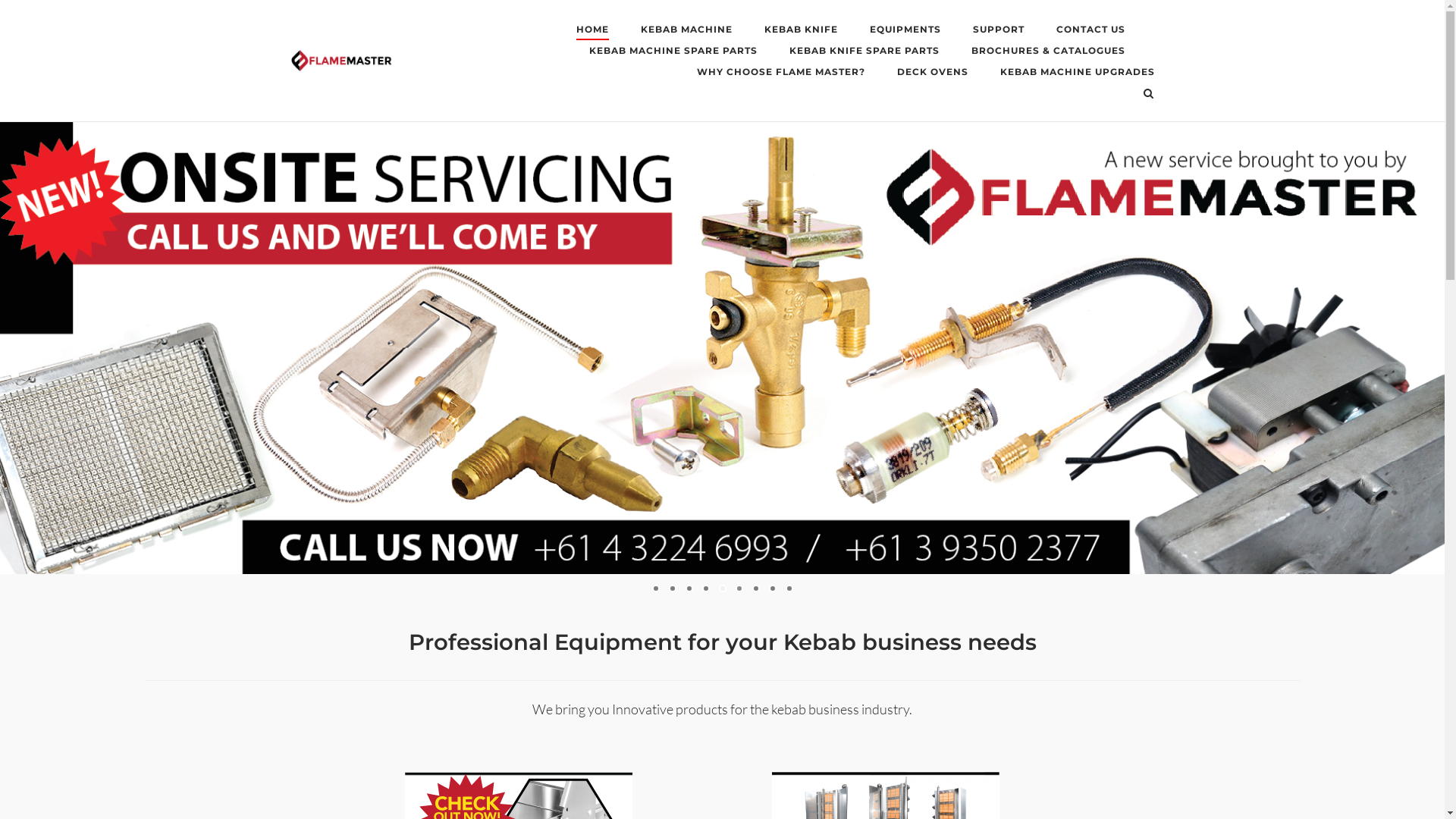  I want to click on 'KEBAB MACHINE SPARE PARTS', so click(672, 52).